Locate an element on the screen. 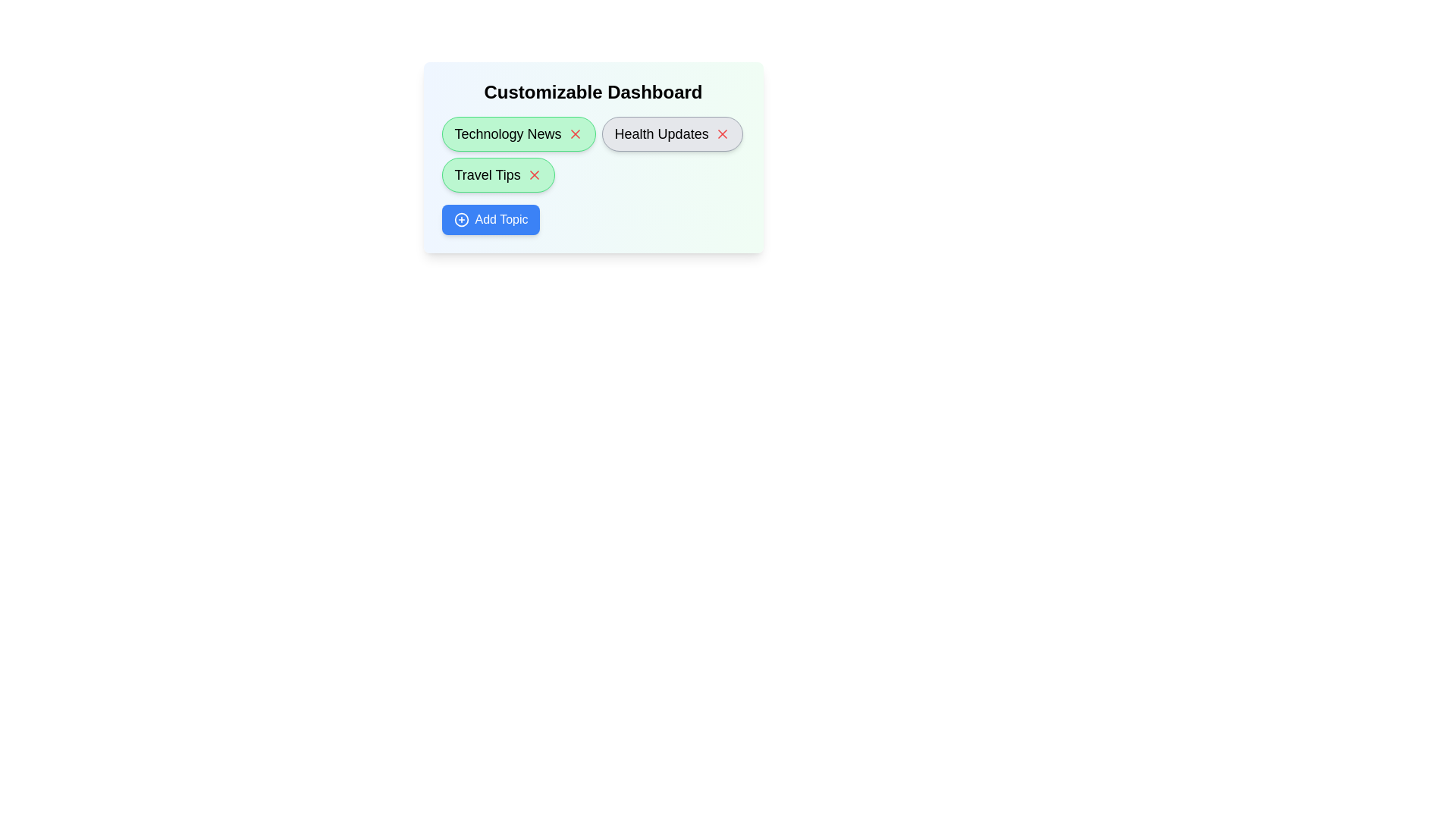 Image resolution: width=1456 pixels, height=819 pixels. the topic named Health Updates is located at coordinates (671, 133).